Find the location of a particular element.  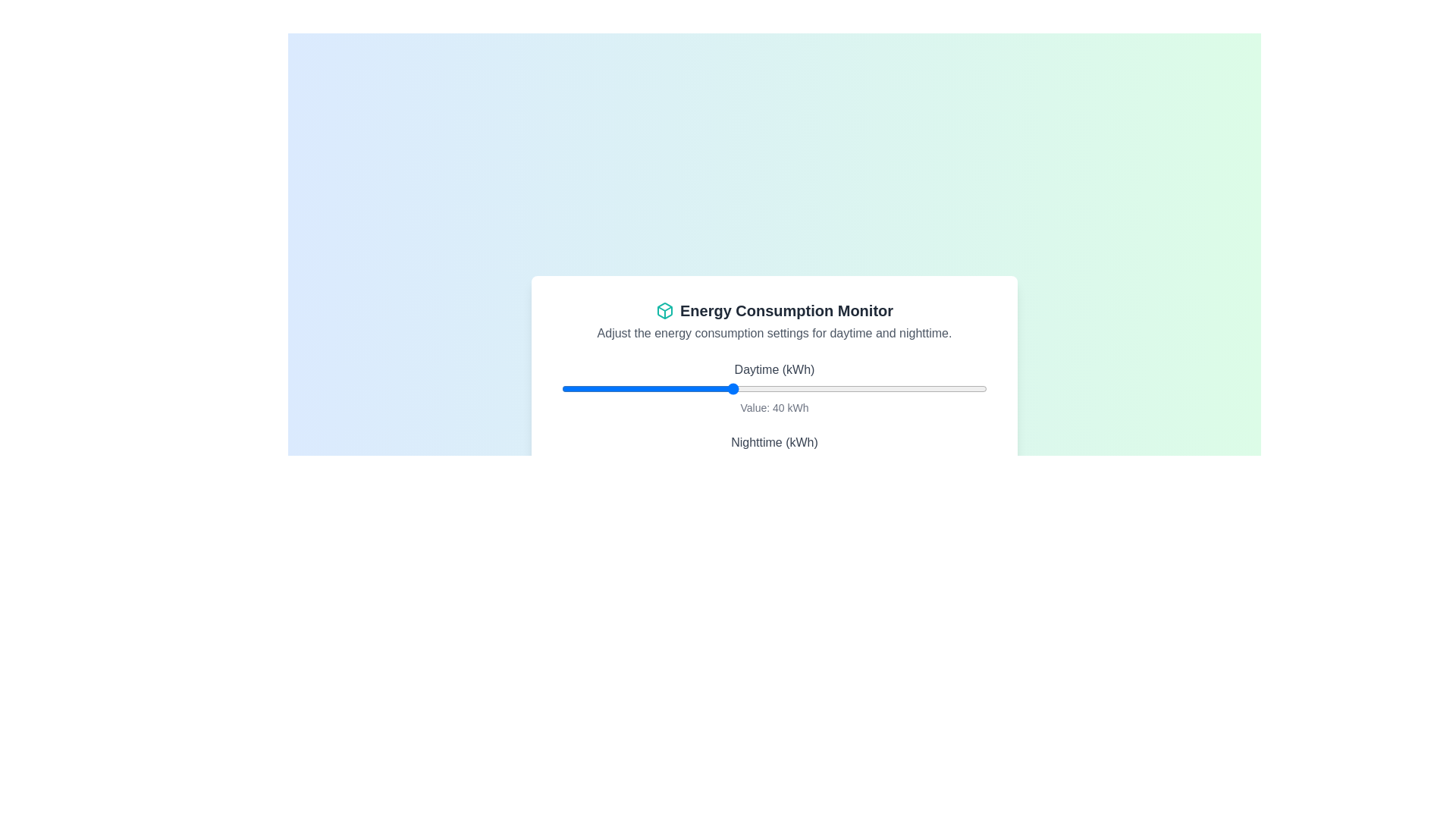

the nighttime energy consumption slider to 46 kWh is located at coordinates (757, 461).